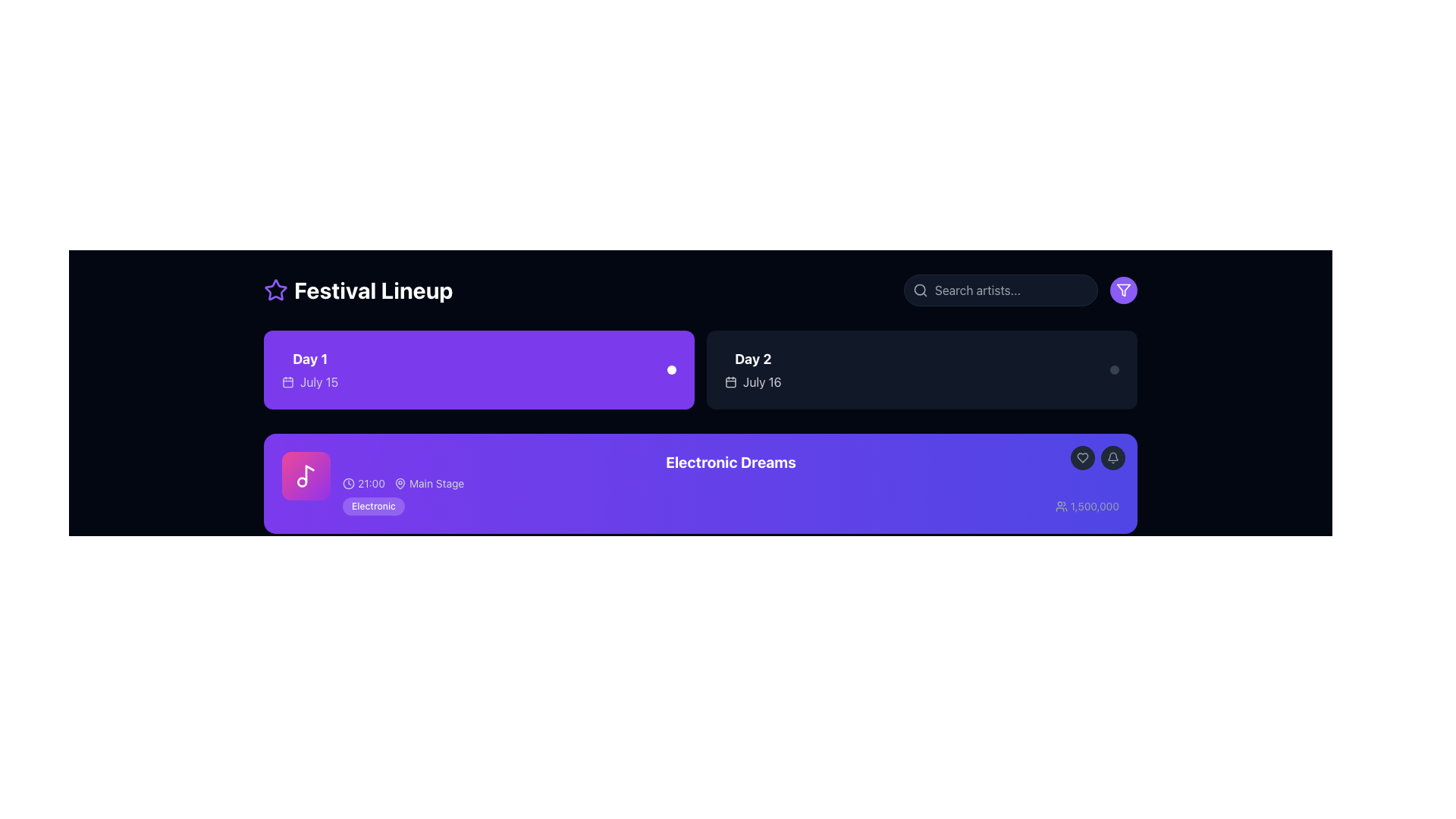 The height and width of the screenshot is (819, 1456). I want to click on the Clickable Card for 'Day 2' events on July 16, located in the upper right section of the interface, so click(921, 370).